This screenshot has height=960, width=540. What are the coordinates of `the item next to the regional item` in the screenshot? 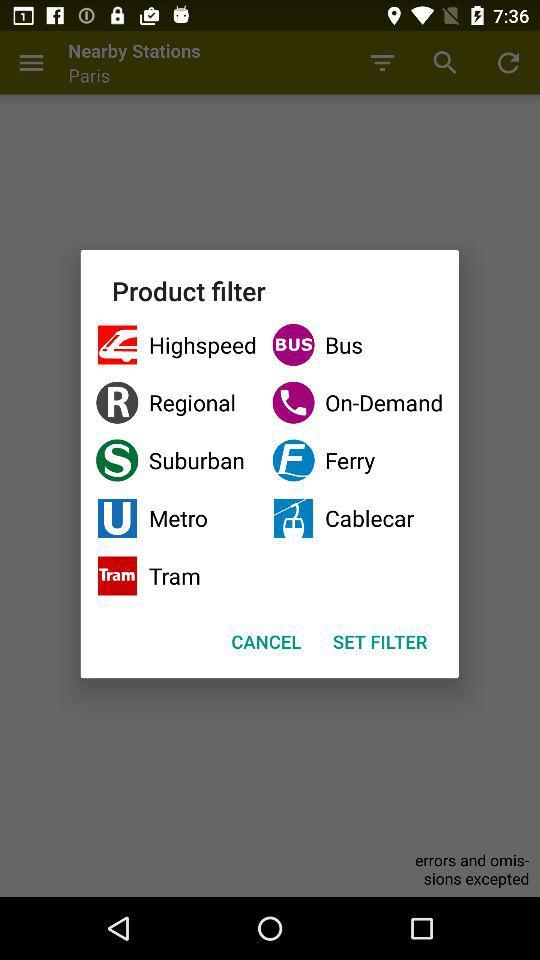 It's located at (356, 460).